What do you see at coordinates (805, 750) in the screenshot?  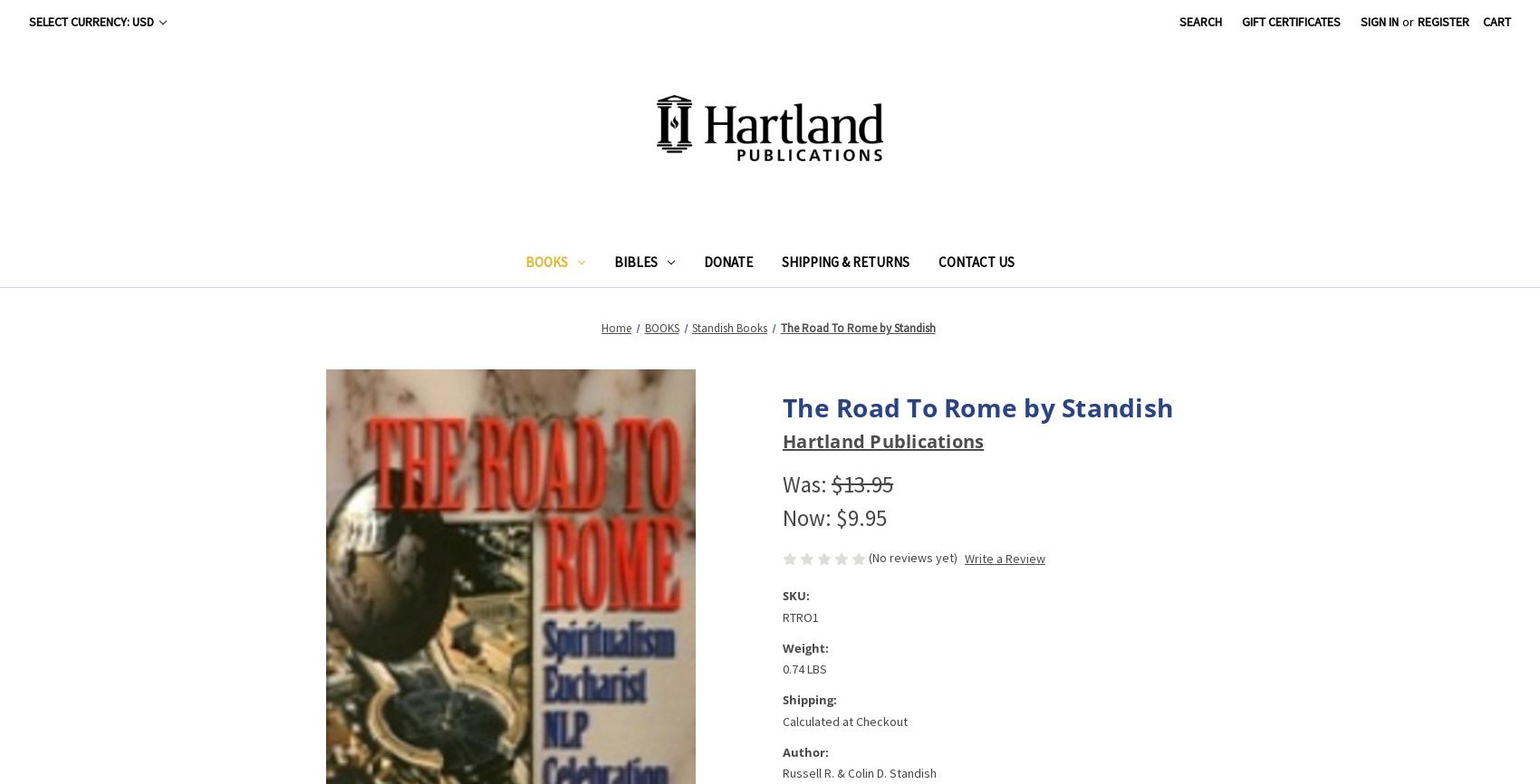 I see `'Author:'` at bounding box center [805, 750].